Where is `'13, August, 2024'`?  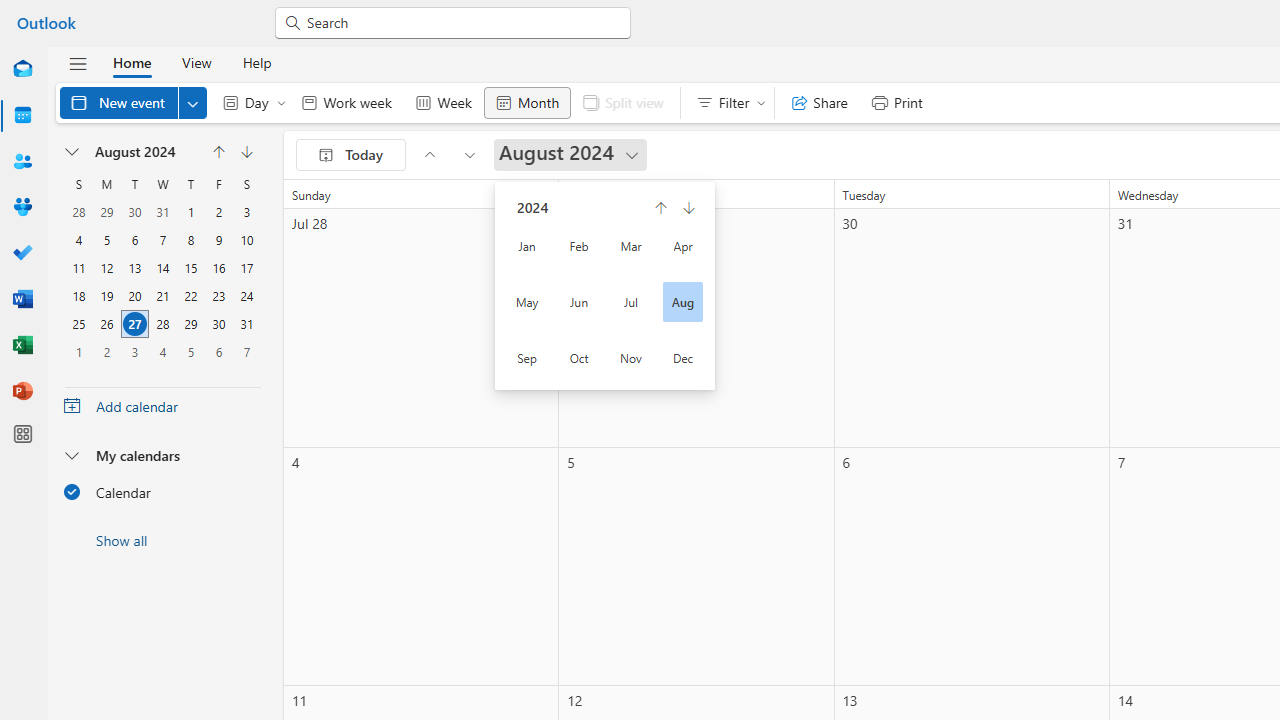 '13, August, 2024' is located at coordinates (134, 267).